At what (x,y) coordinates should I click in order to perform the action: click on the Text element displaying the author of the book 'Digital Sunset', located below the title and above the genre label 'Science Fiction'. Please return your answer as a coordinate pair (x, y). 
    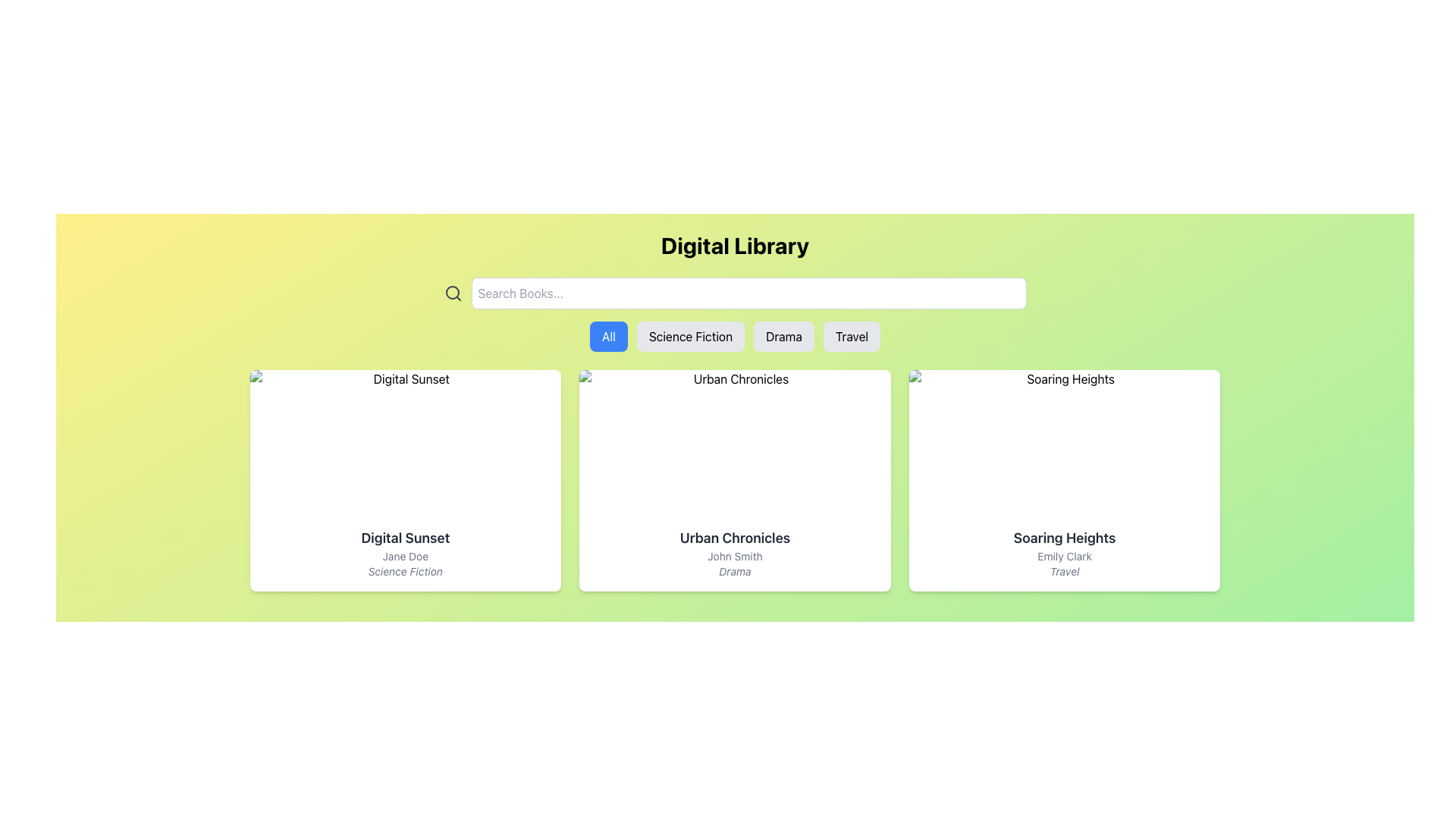
    Looking at the image, I should click on (405, 556).